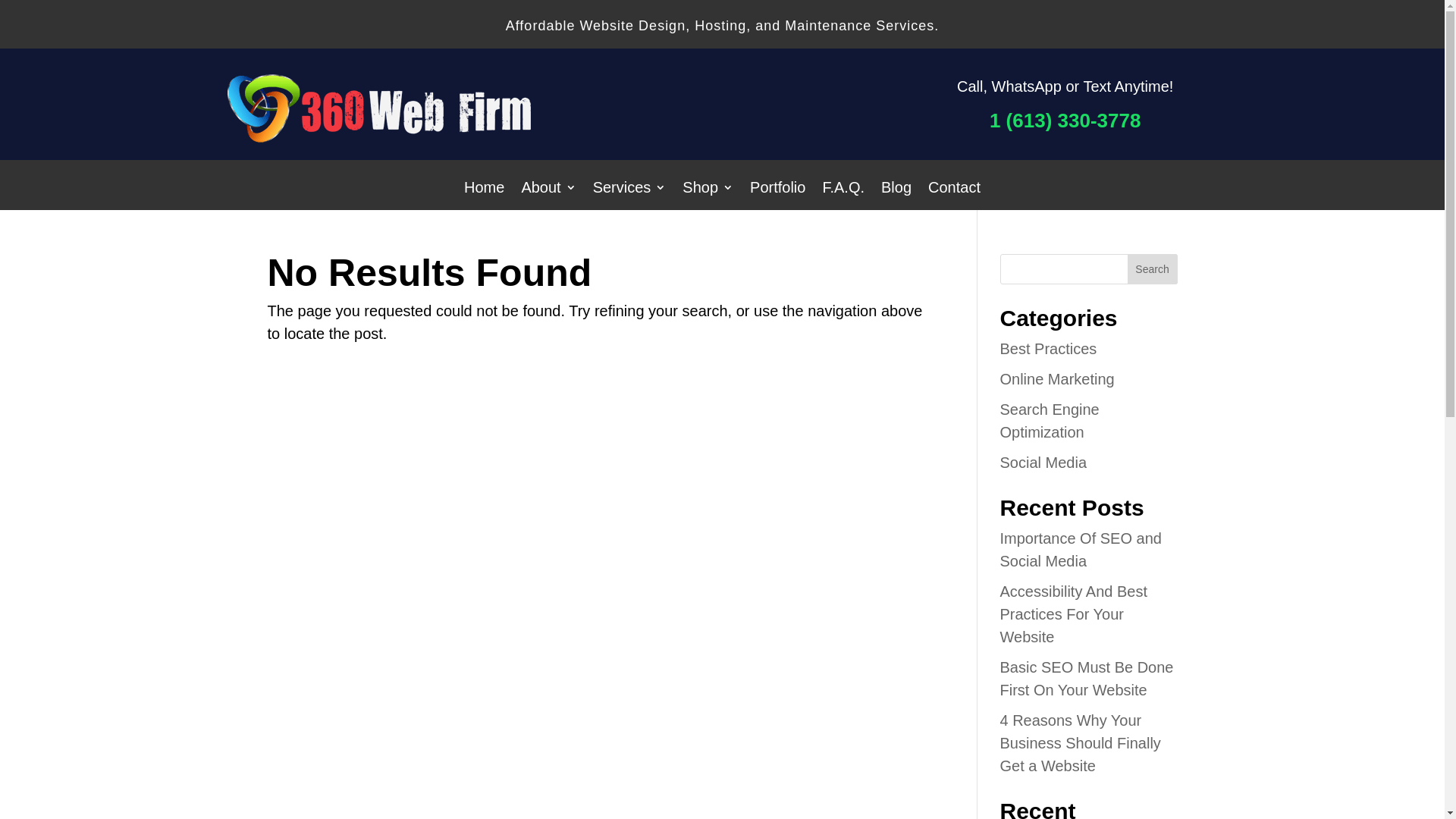 This screenshot has width=1456, height=819. I want to click on 'Search Engine Optimization', so click(999, 421).